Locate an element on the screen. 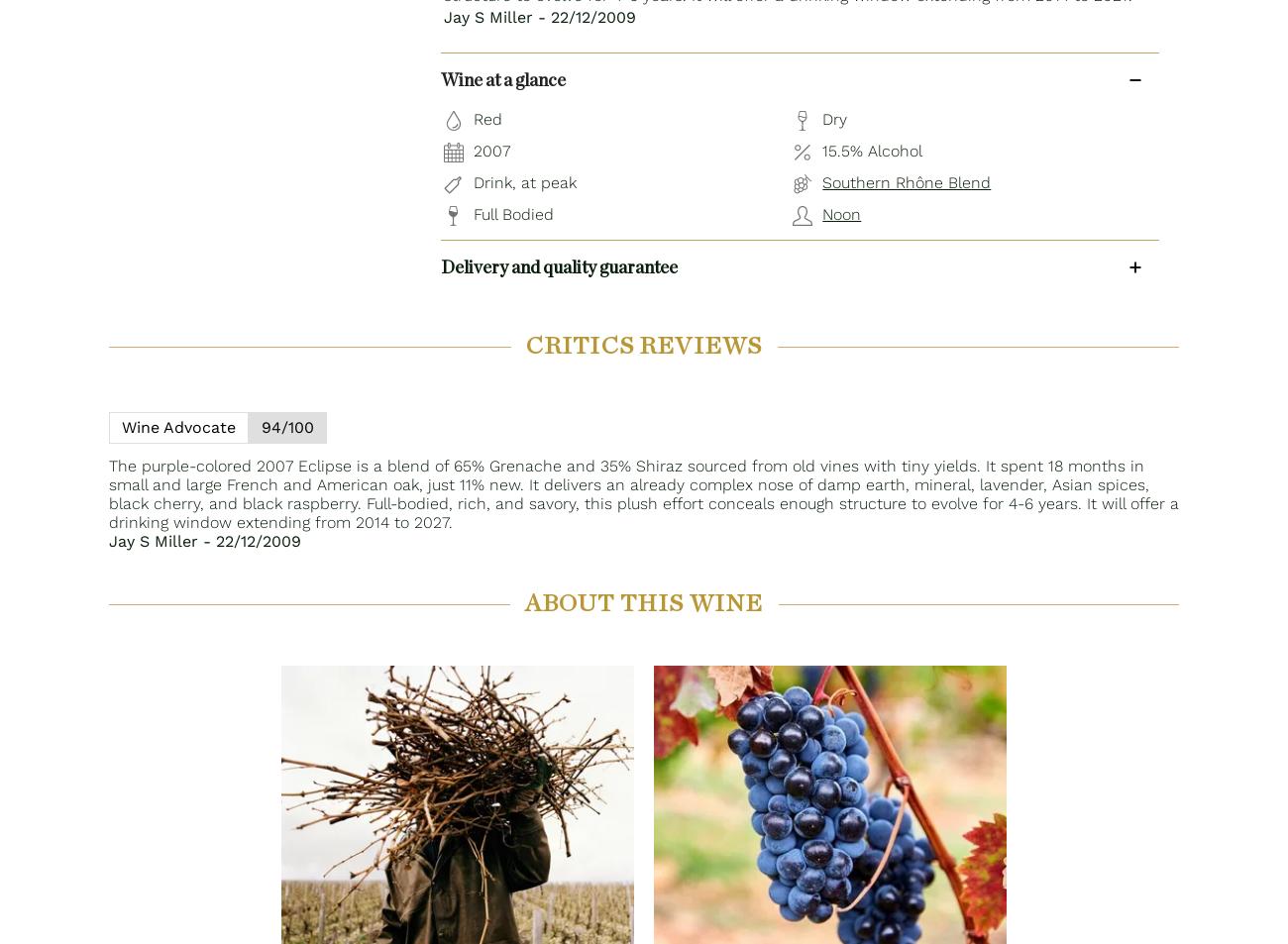 The height and width of the screenshot is (944, 1288). 'Delivery and quality guarantee' is located at coordinates (558, 265).